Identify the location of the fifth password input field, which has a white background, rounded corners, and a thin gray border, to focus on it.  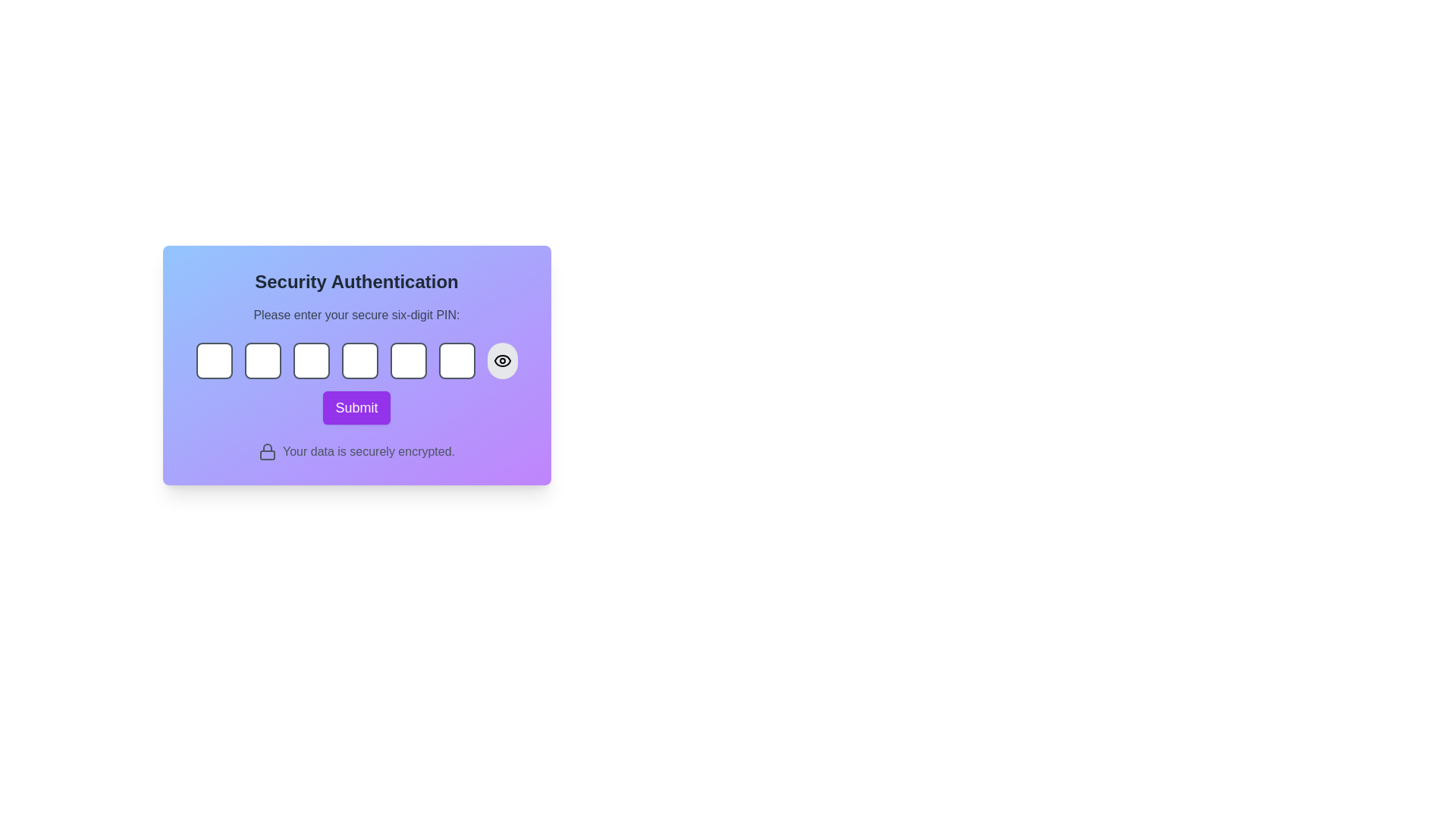
(408, 360).